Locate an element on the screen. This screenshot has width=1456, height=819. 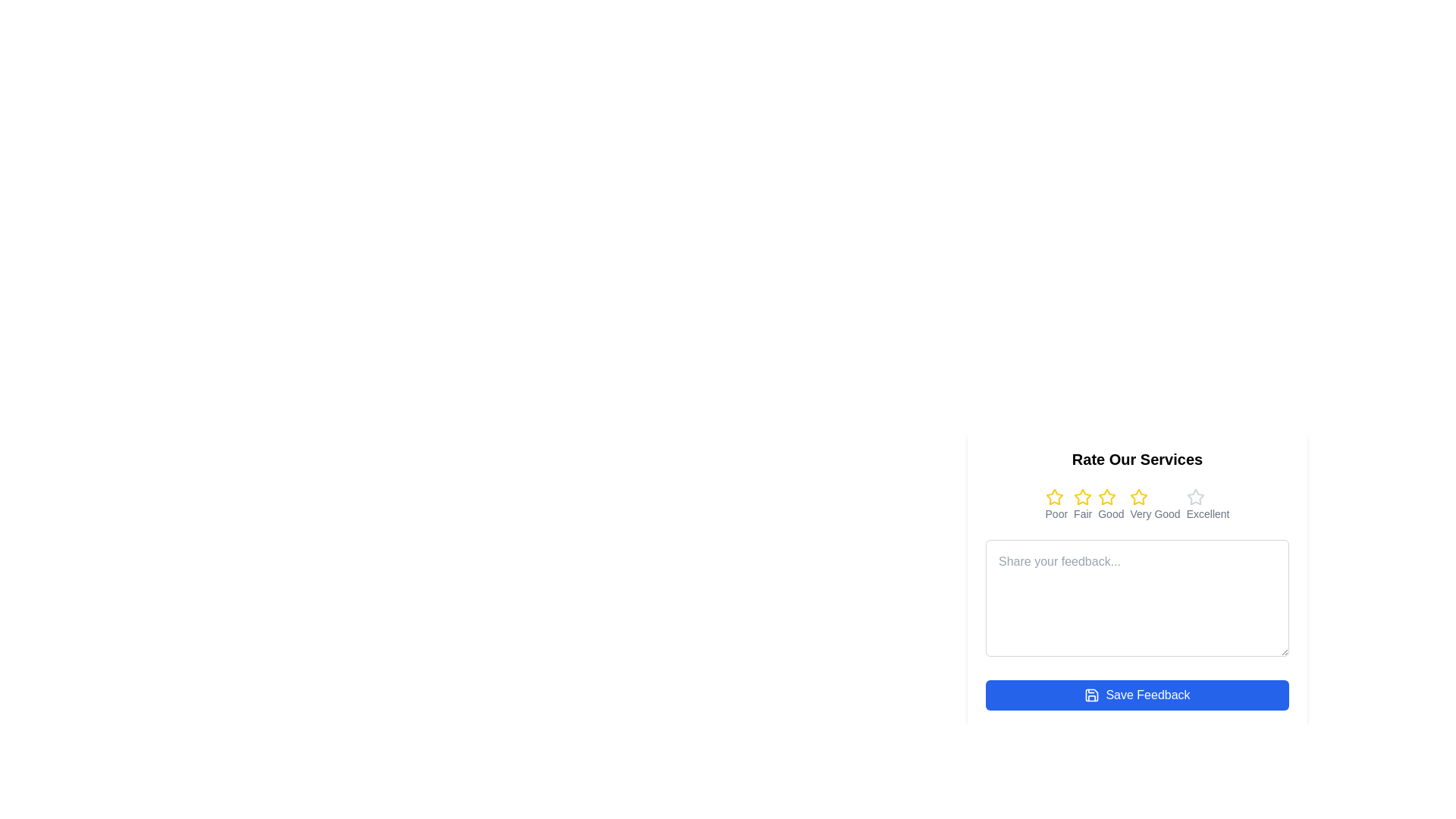
the second star in the rating system is located at coordinates (1082, 497).